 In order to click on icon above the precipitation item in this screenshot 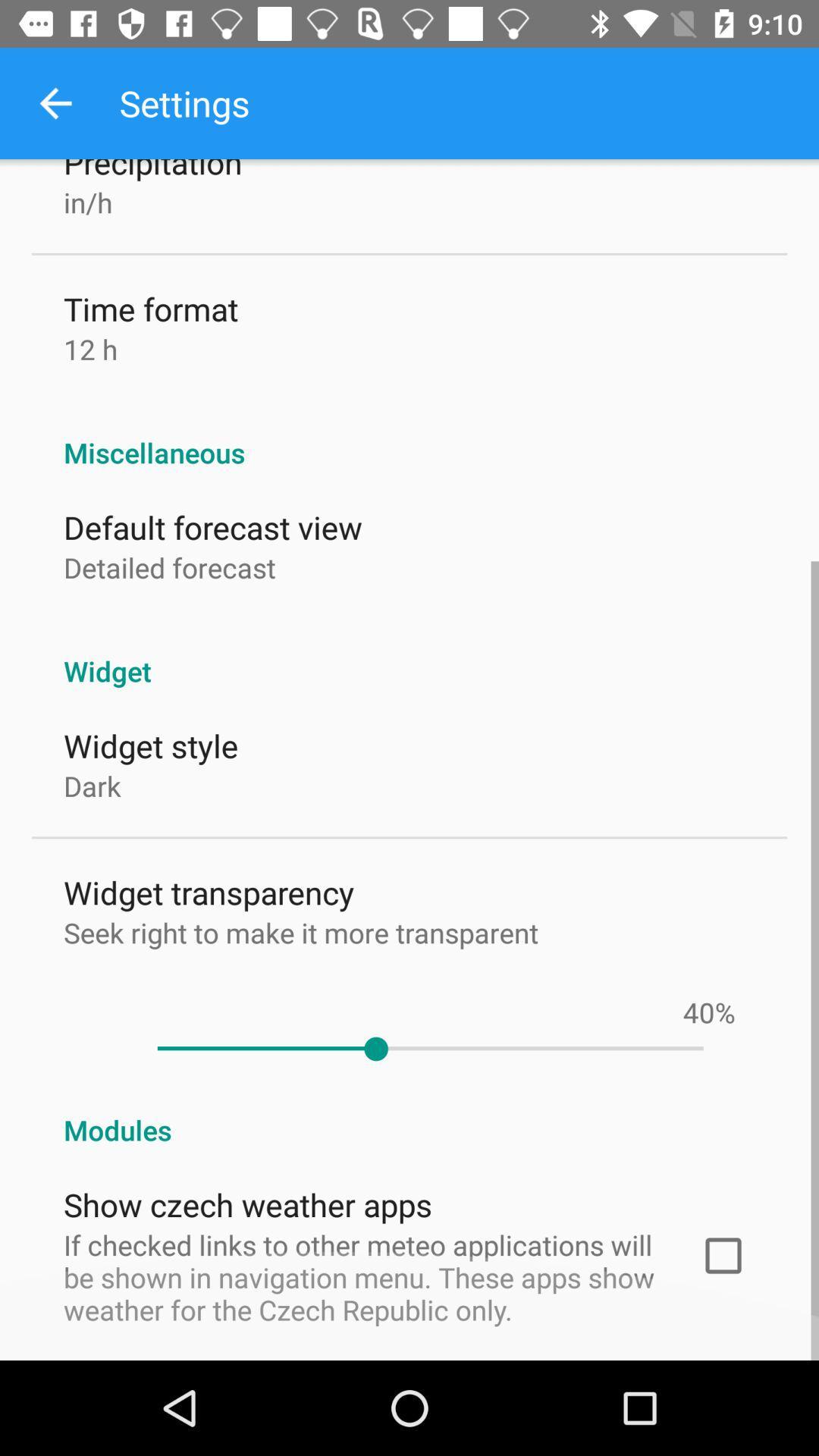, I will do `click(55, 102)`.